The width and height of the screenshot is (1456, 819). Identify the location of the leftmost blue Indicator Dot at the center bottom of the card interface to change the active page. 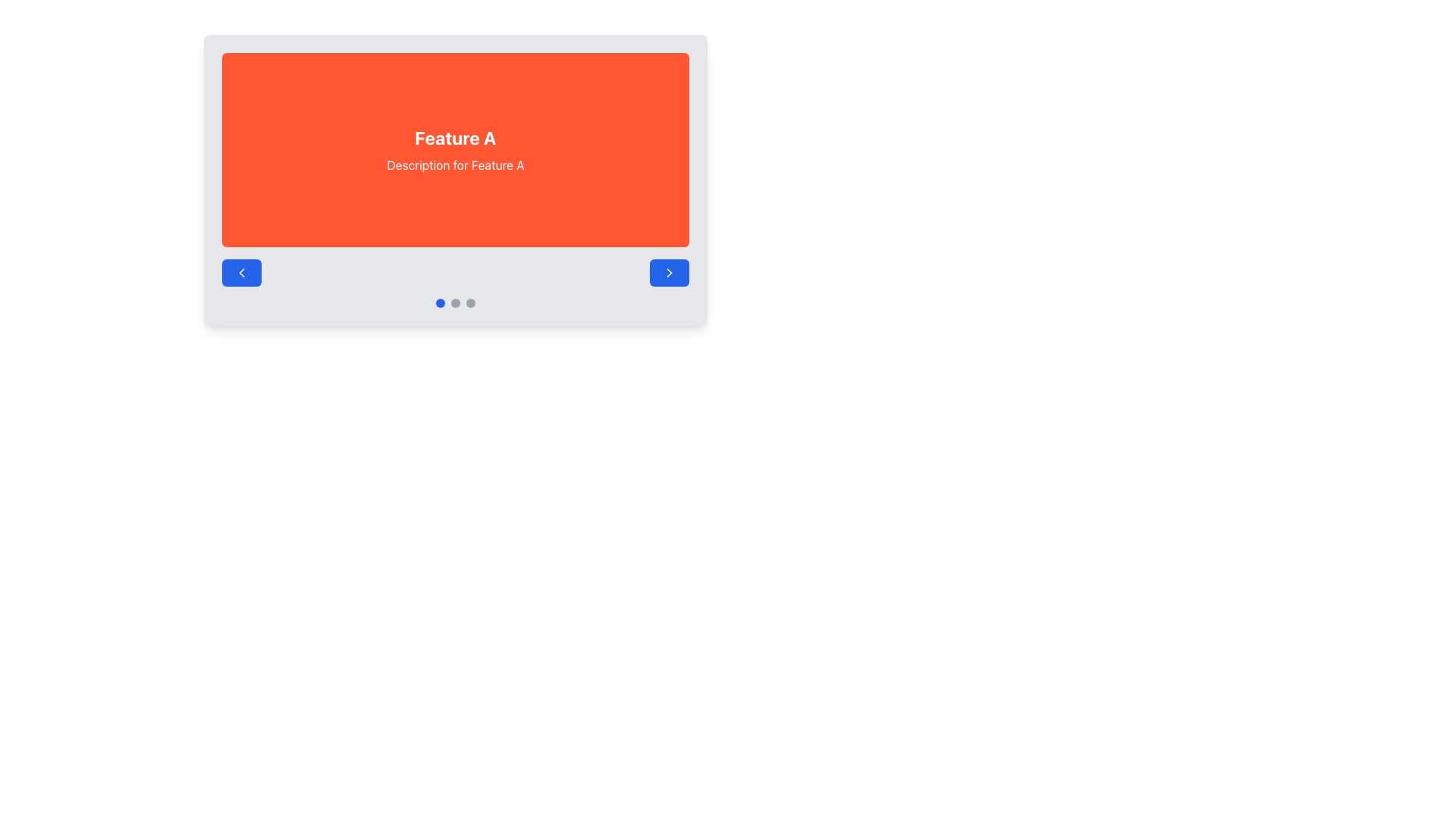
(439, 303).